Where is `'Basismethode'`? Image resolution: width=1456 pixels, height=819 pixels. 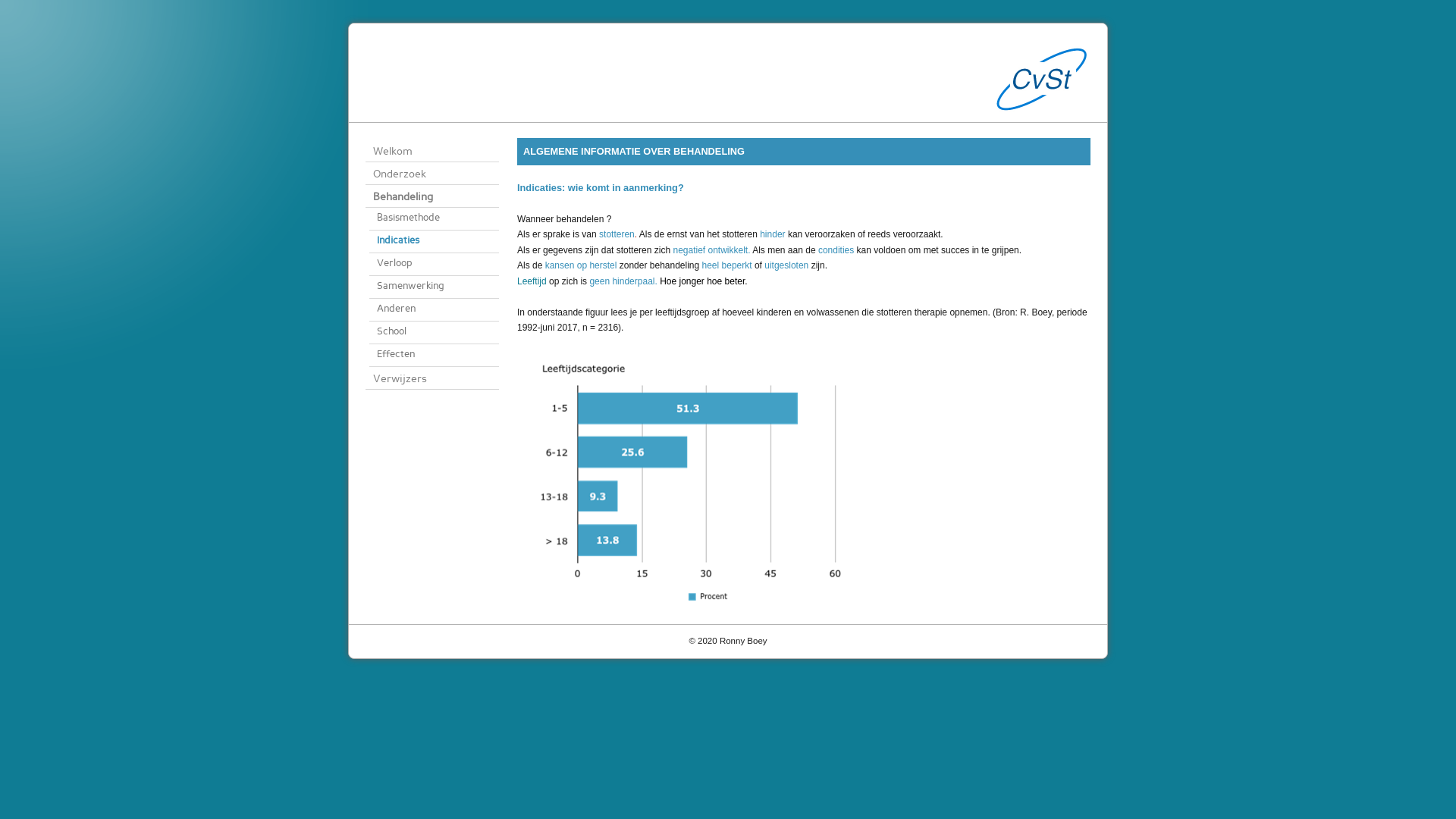
'Basismethode' is located at coordinates (433, 219).